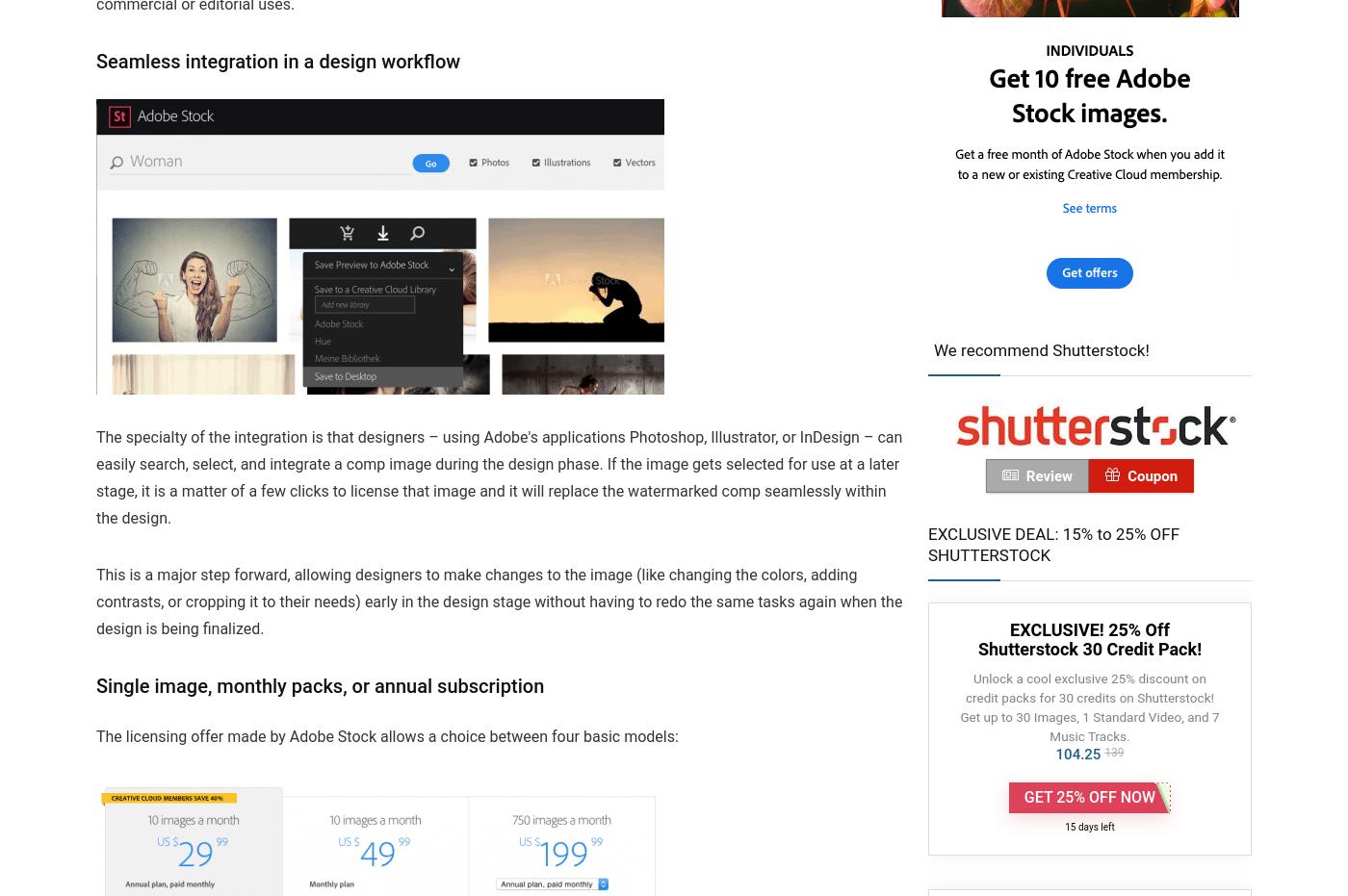 This screenshot has width=1348, height=896. Describe the element at coordinates (537, 730) in the screenshot. I see `'Terms of Use'` at that location.